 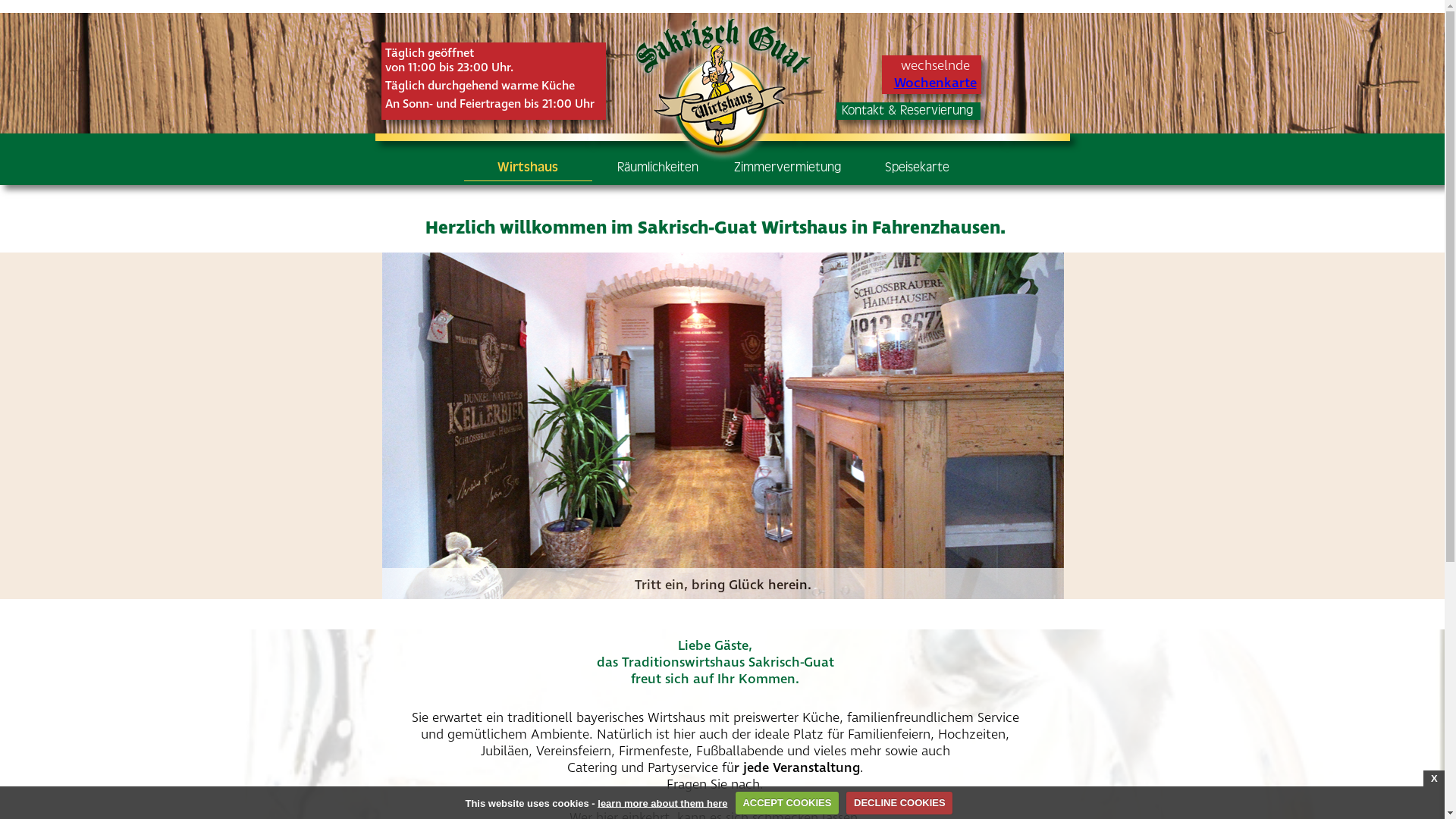 What do you see at coordinates (934, 83) in the screenshot?
I see `'Wochenkarte'` at bounding box center [934, 83].